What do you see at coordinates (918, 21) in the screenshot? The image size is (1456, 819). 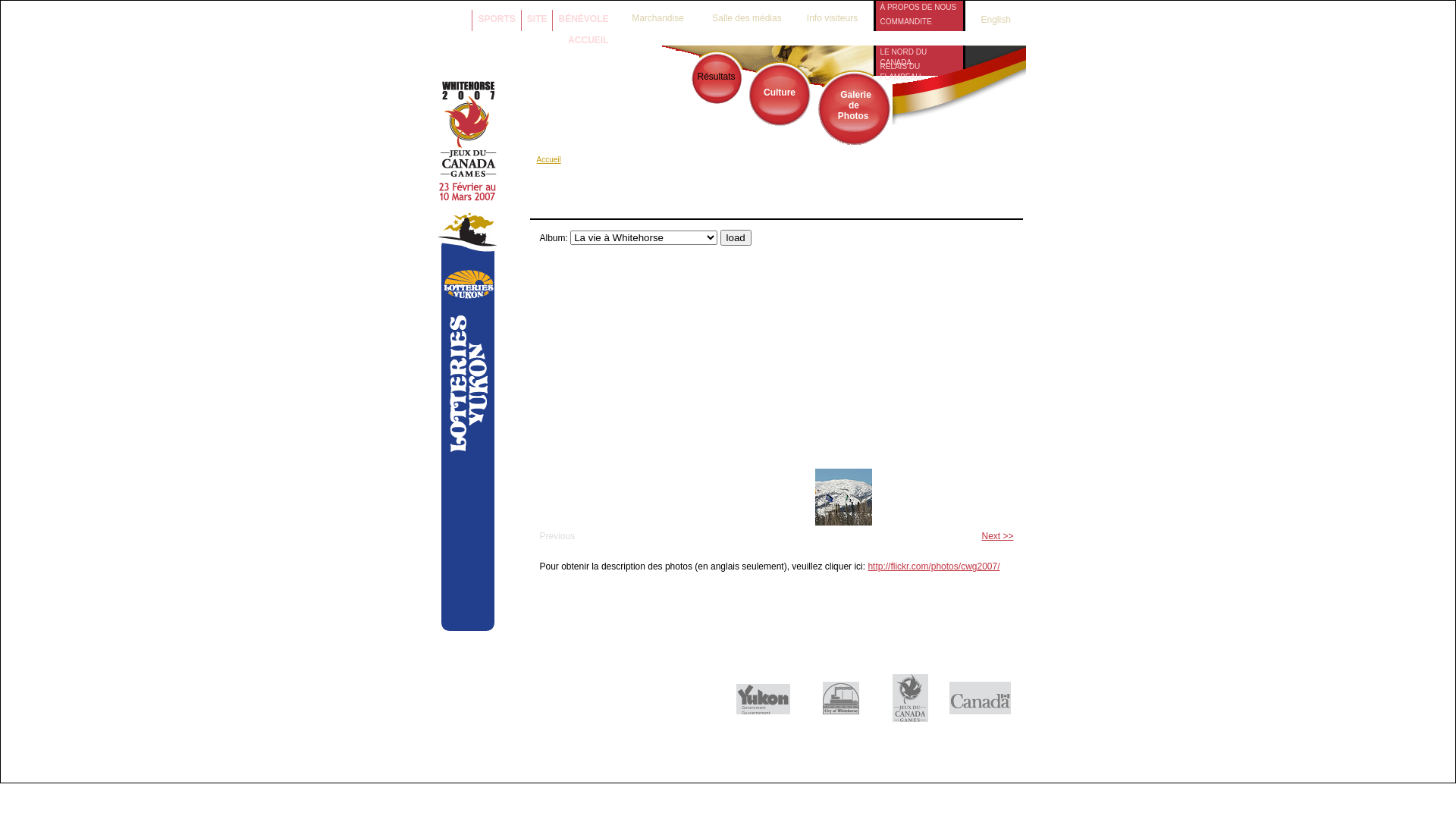 I see `'COMMANDITE'` at bounding box center [918, 21].